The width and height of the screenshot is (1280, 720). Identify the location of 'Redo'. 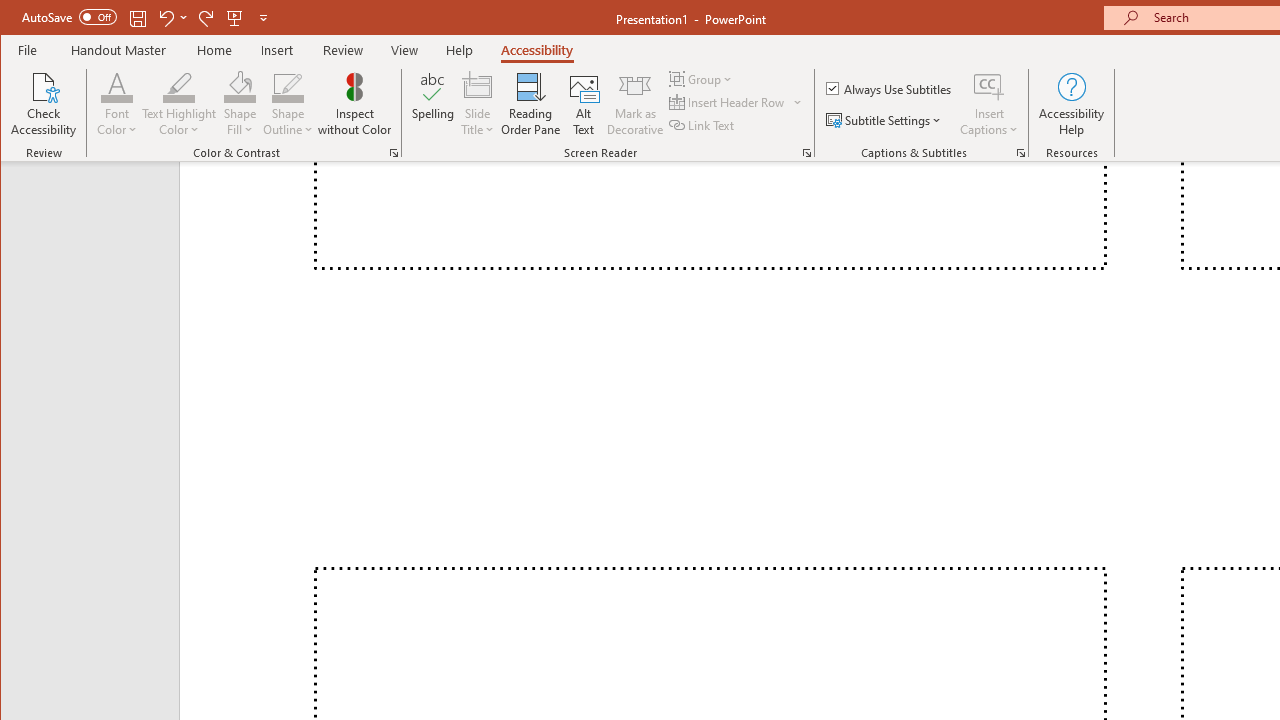
(206, 17).